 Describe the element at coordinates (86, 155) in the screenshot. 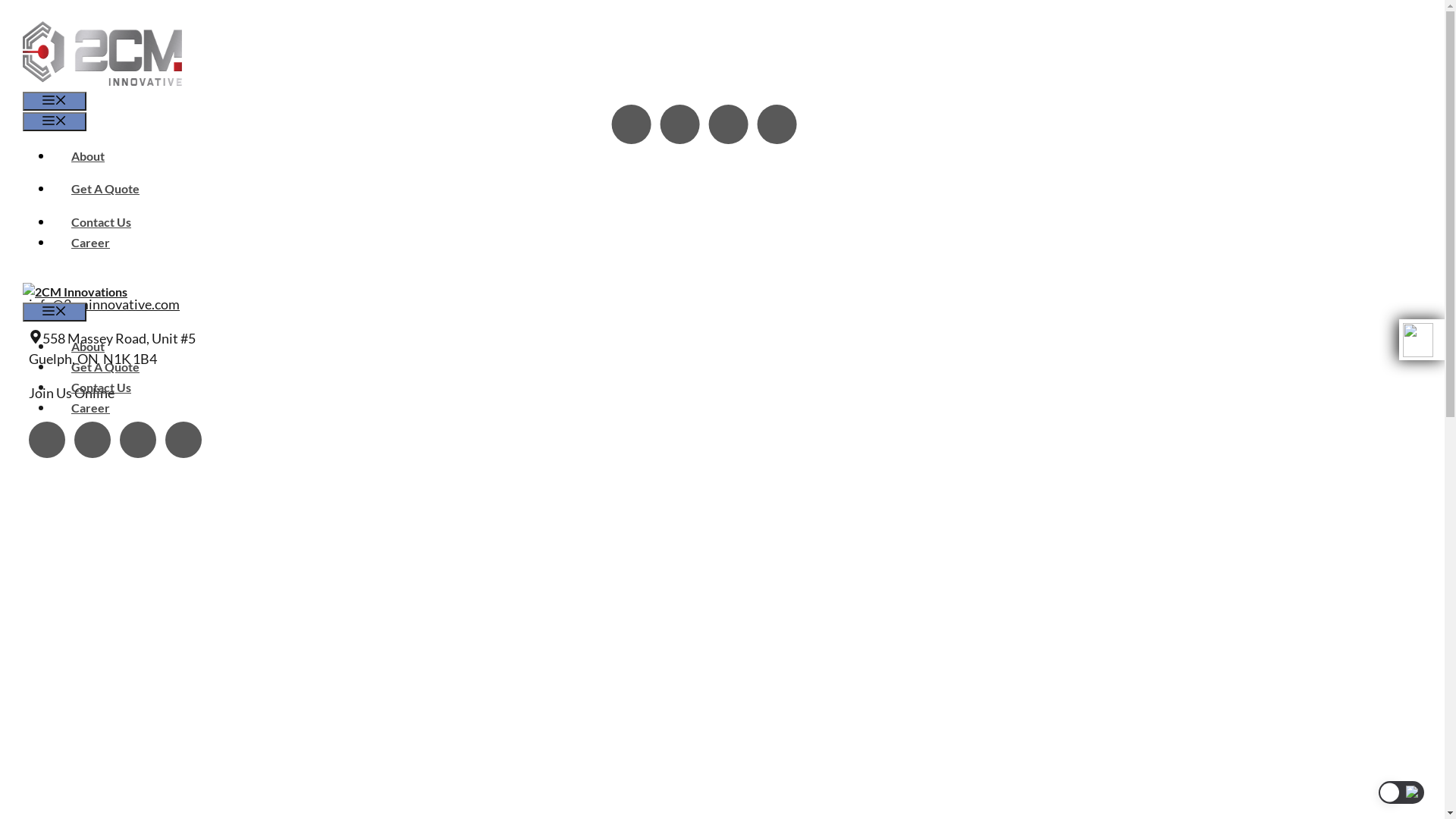

I see `'About'` at that location.